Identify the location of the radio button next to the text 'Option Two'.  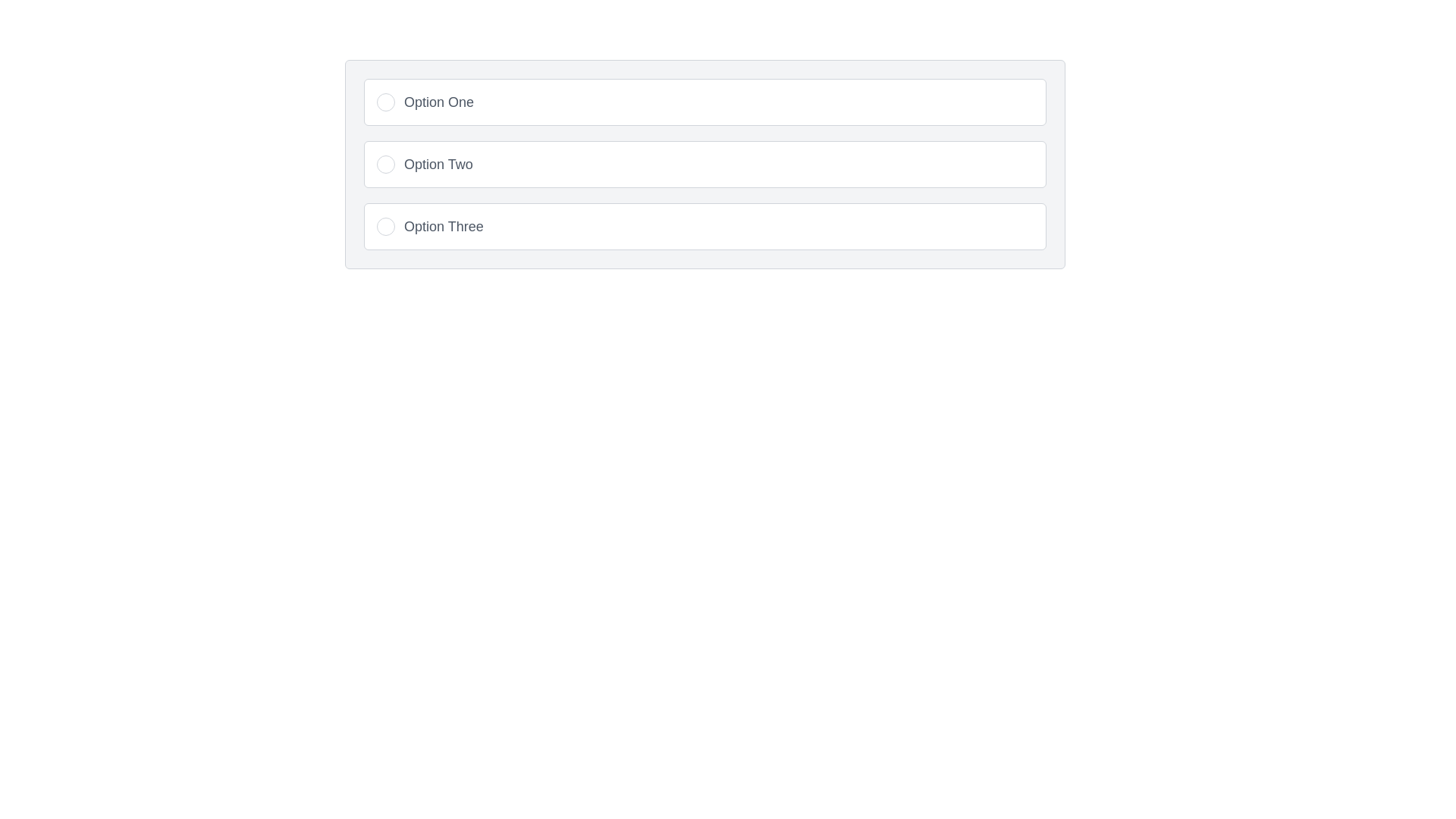
(385, 164).